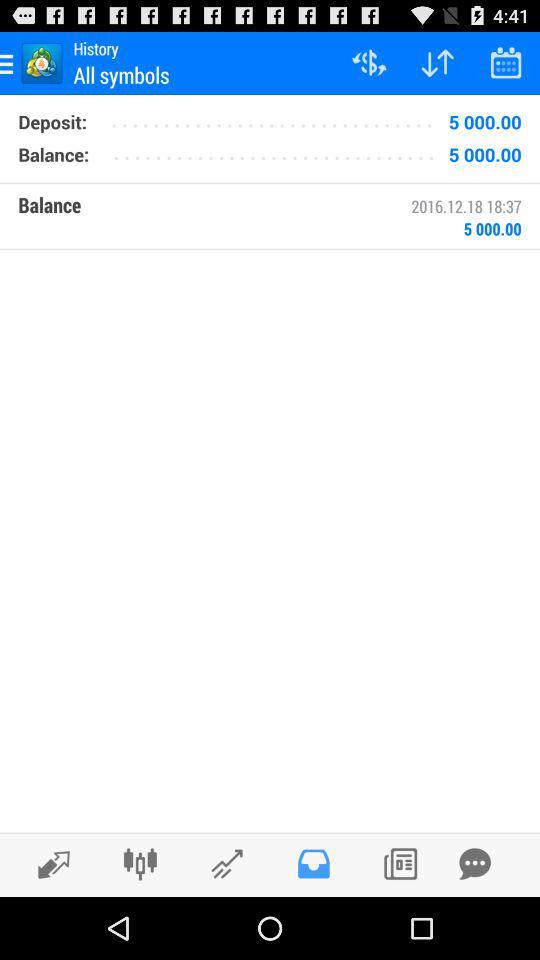 This screenshot has height=960, width=540. Describe the element at coordinates (139, 863) in the screenshot. I see `adjust account balances` at that location.